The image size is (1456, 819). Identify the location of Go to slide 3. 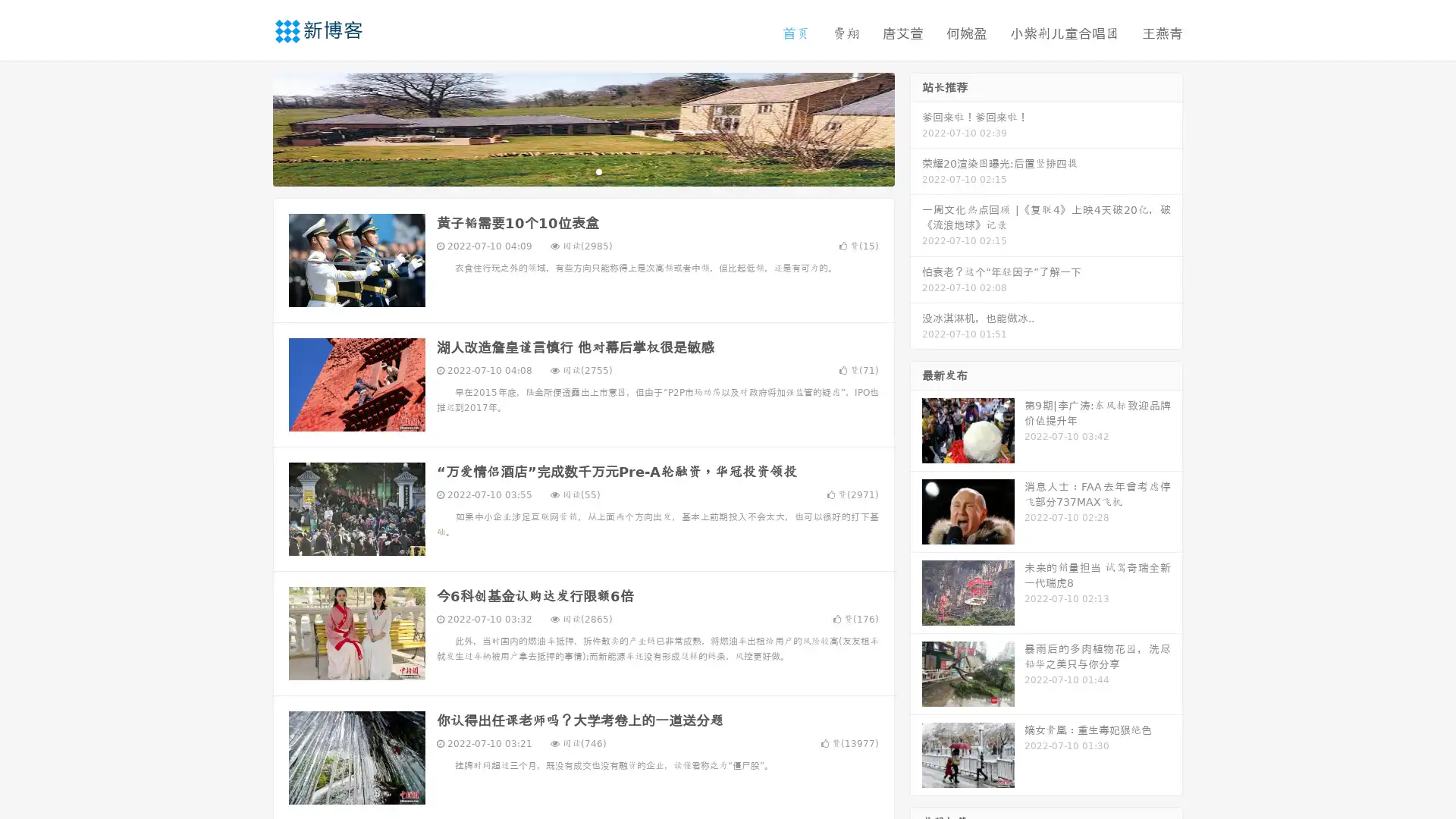
(598, 171).